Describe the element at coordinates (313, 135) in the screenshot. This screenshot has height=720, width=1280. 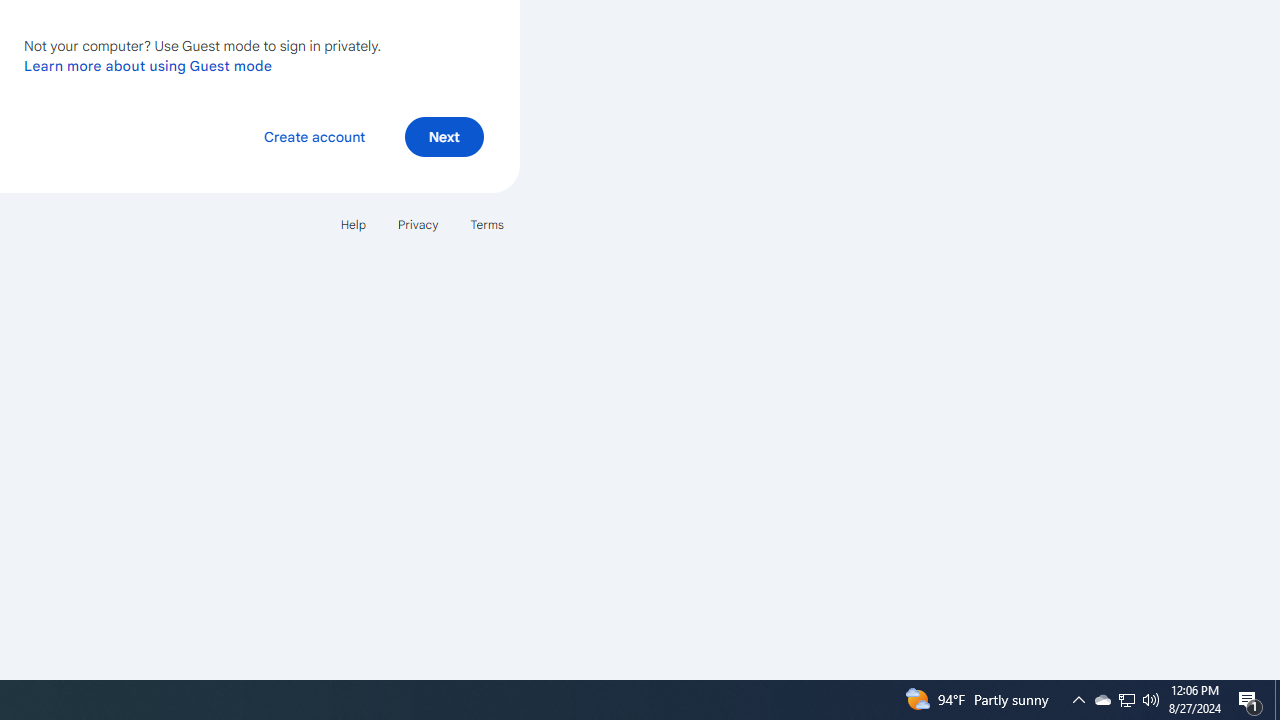
I see `'Create account'` at that location.